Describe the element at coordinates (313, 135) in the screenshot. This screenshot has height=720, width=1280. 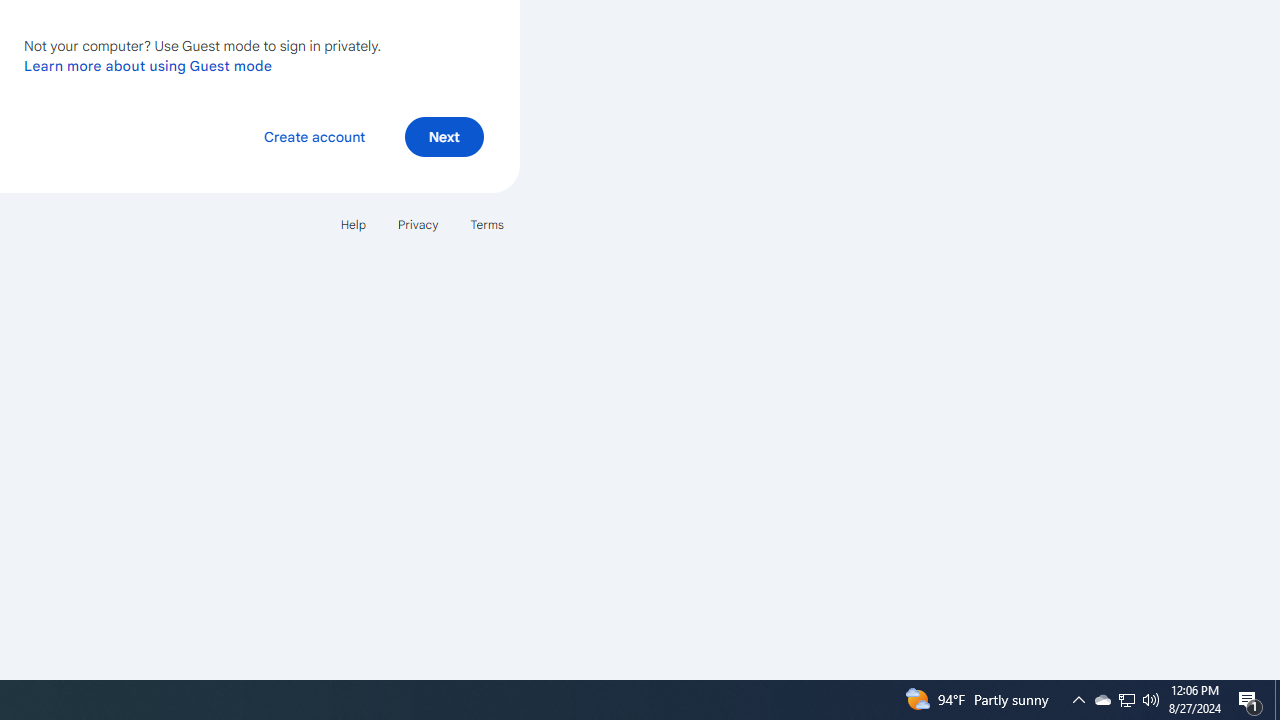
I see `'Create account'` at that location.